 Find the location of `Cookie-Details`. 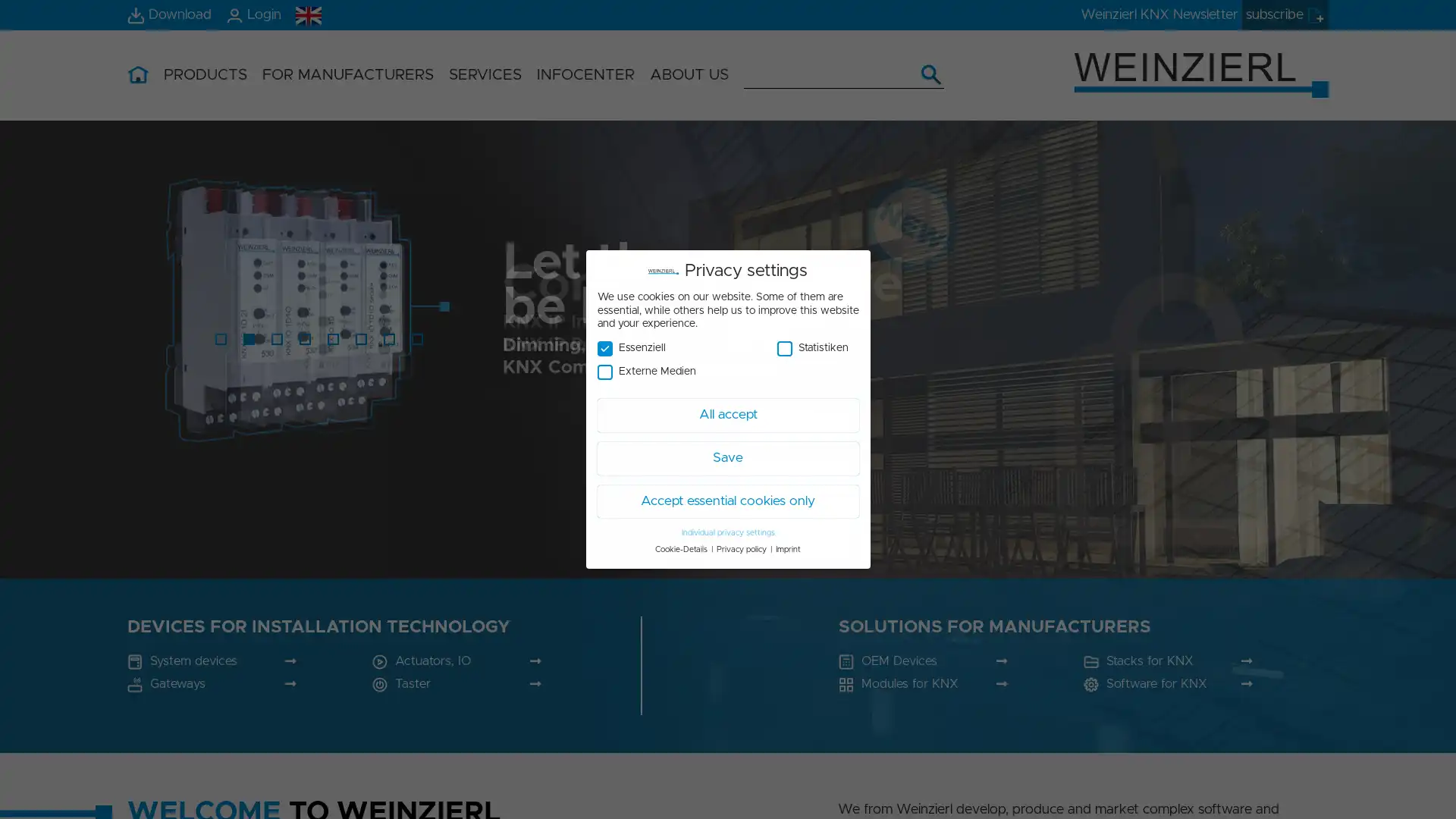

Cookie-Details is located at coordinates (680, 550).